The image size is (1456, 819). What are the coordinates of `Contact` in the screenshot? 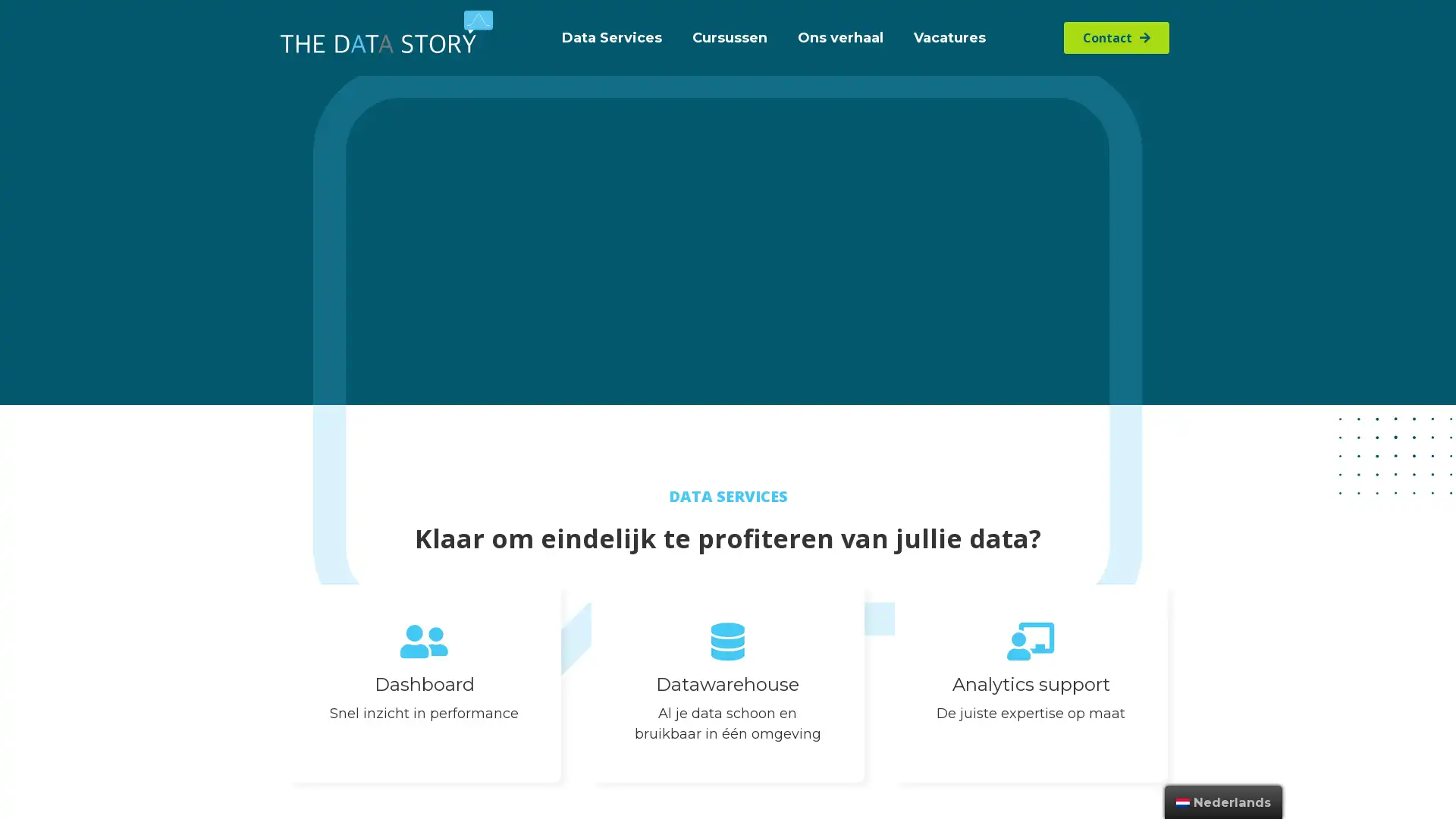 It's located at (1116, 36).